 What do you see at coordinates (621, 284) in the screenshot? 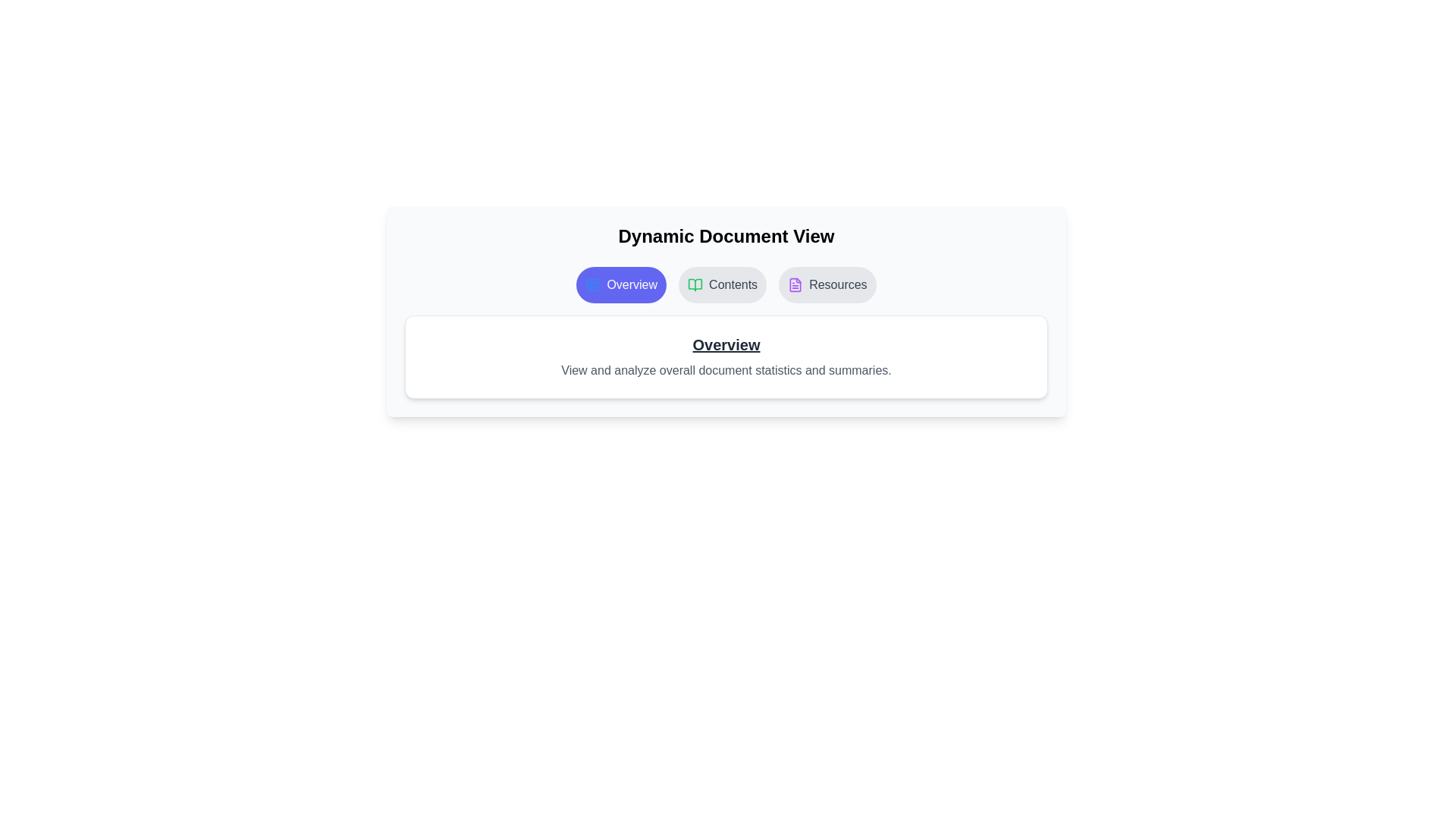
I see `the 'Overview' button to trigger its hover effect` at bounding box center [621, 284].